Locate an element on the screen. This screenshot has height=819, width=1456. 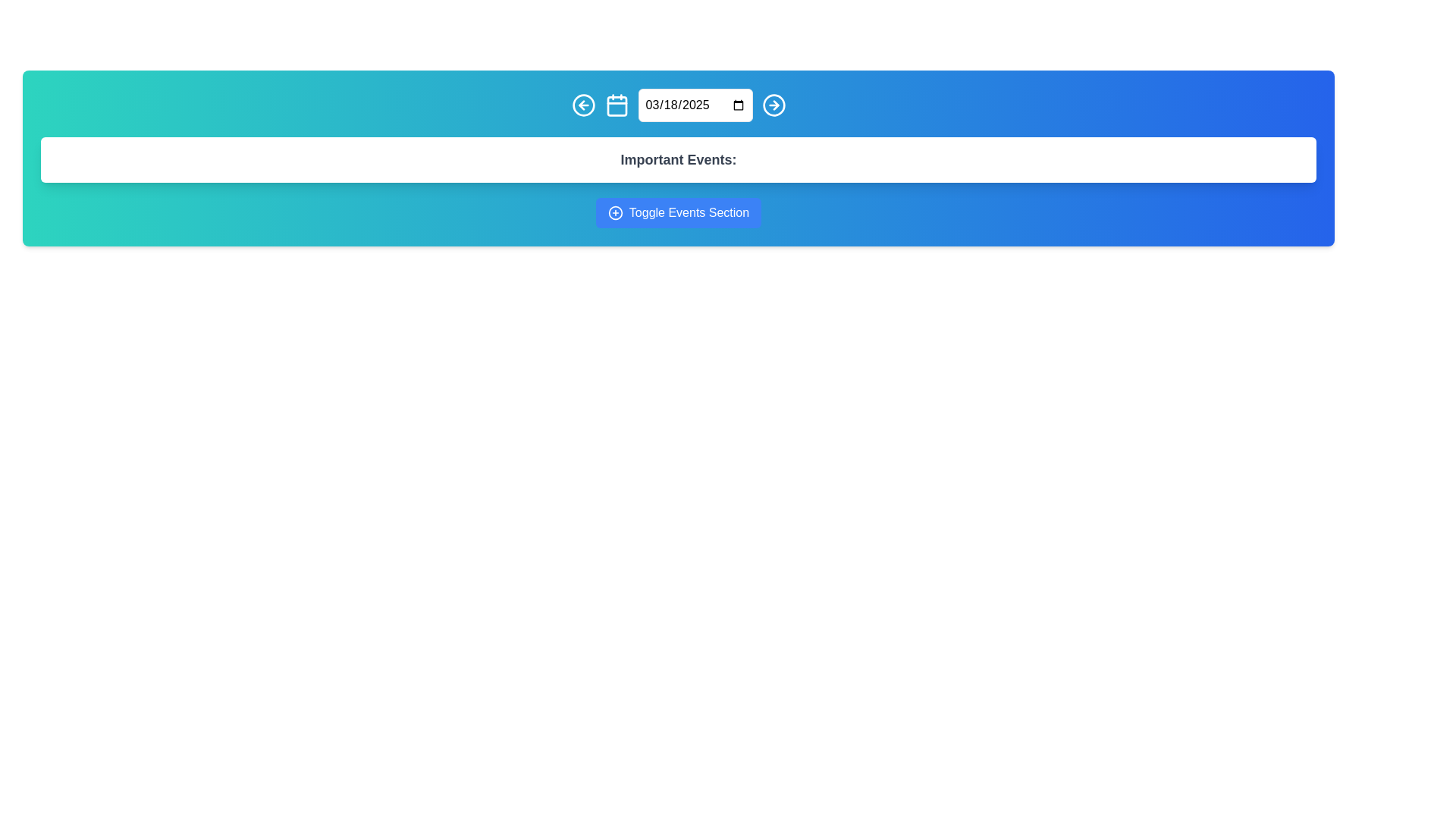
the calendar icon located in the central section of the blue header bar, which is the third icon from the left is located at coordinates (617, 104).